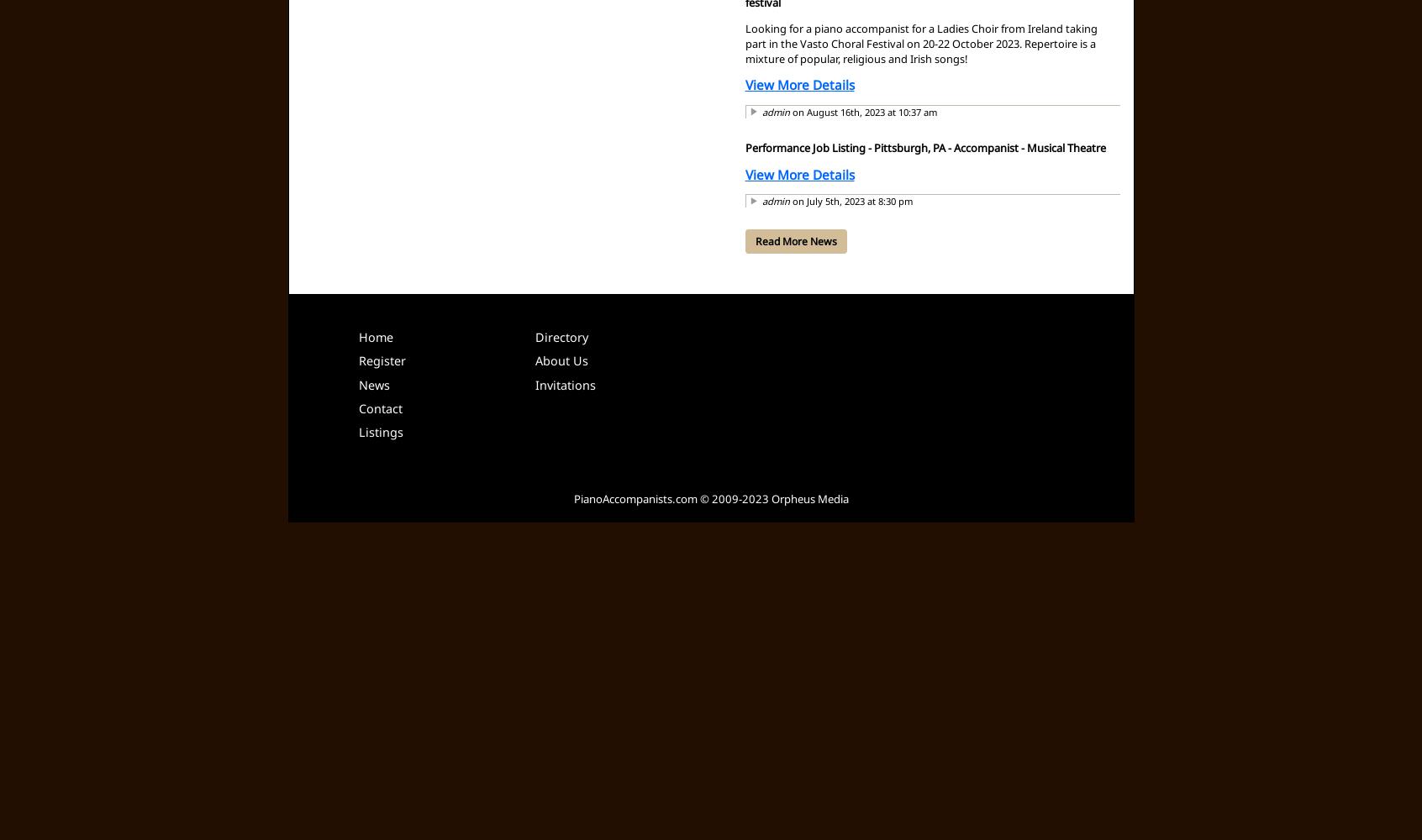 The width and height of the screenshot is (1422, 840). I want to click on 'Invitations', so click(565, 383).